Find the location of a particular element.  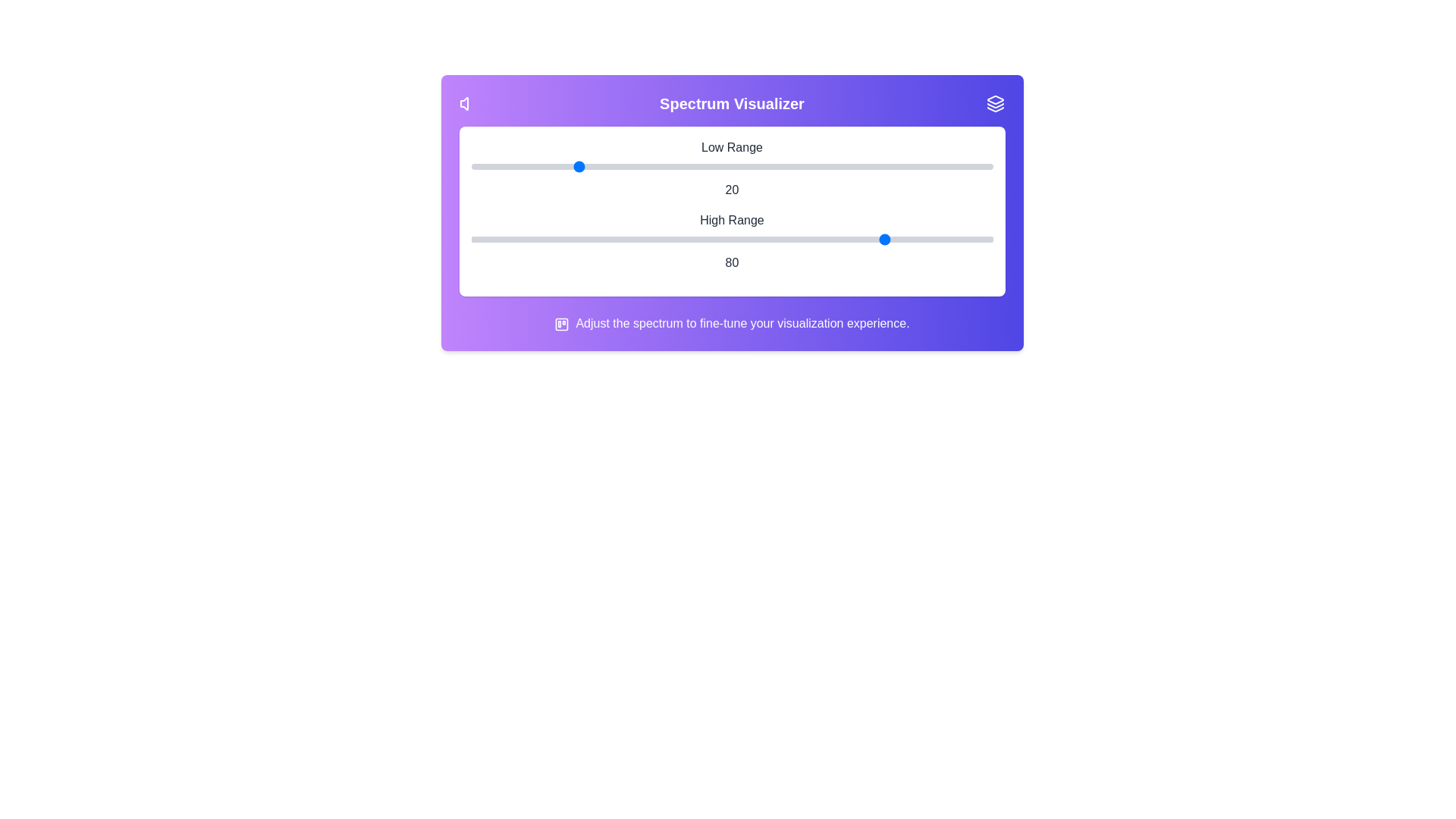

the high range slider to 36 is located at coordinates (659, 239).